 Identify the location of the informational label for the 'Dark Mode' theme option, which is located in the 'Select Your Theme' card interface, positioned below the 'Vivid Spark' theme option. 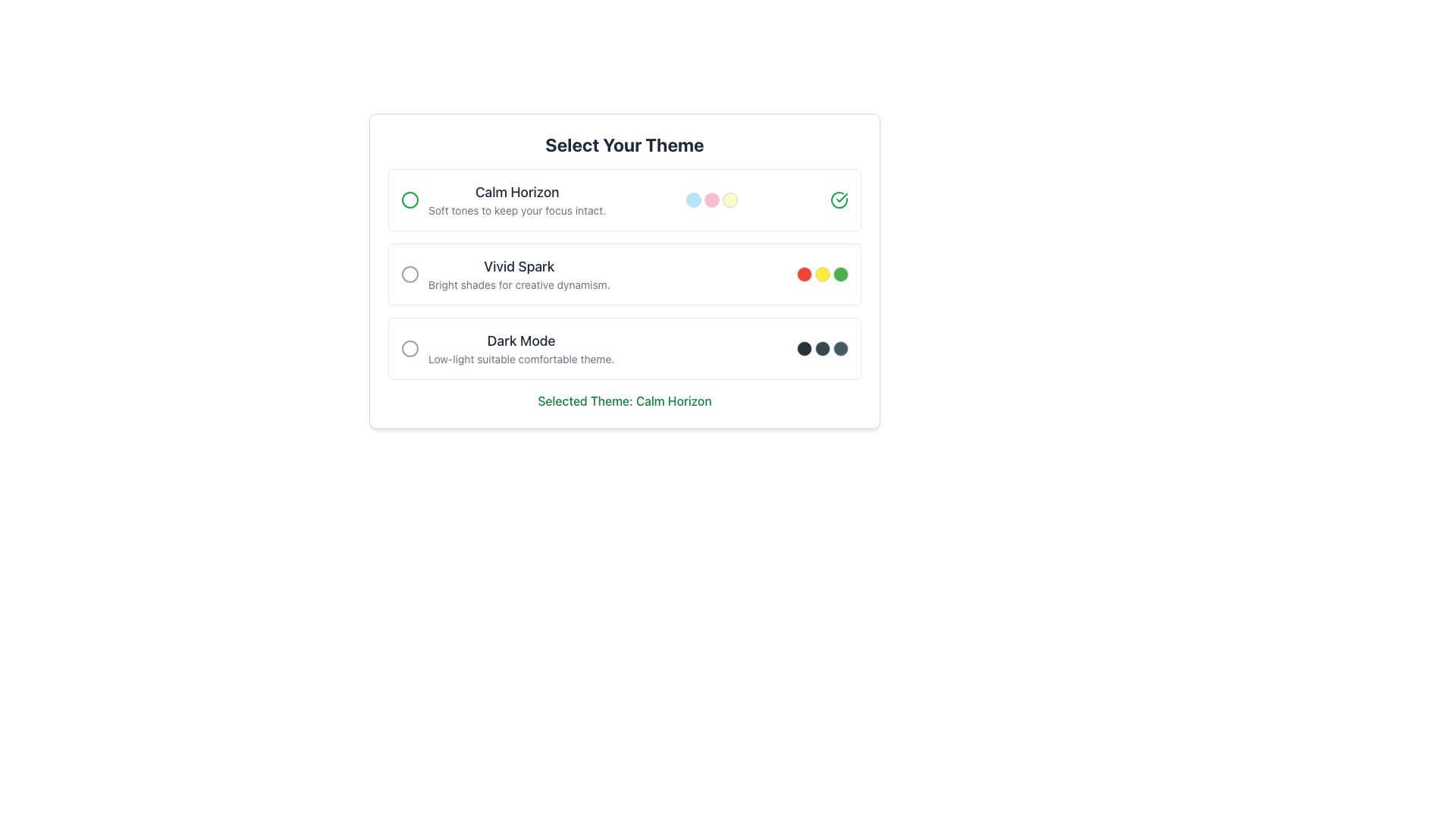
(521, 341).